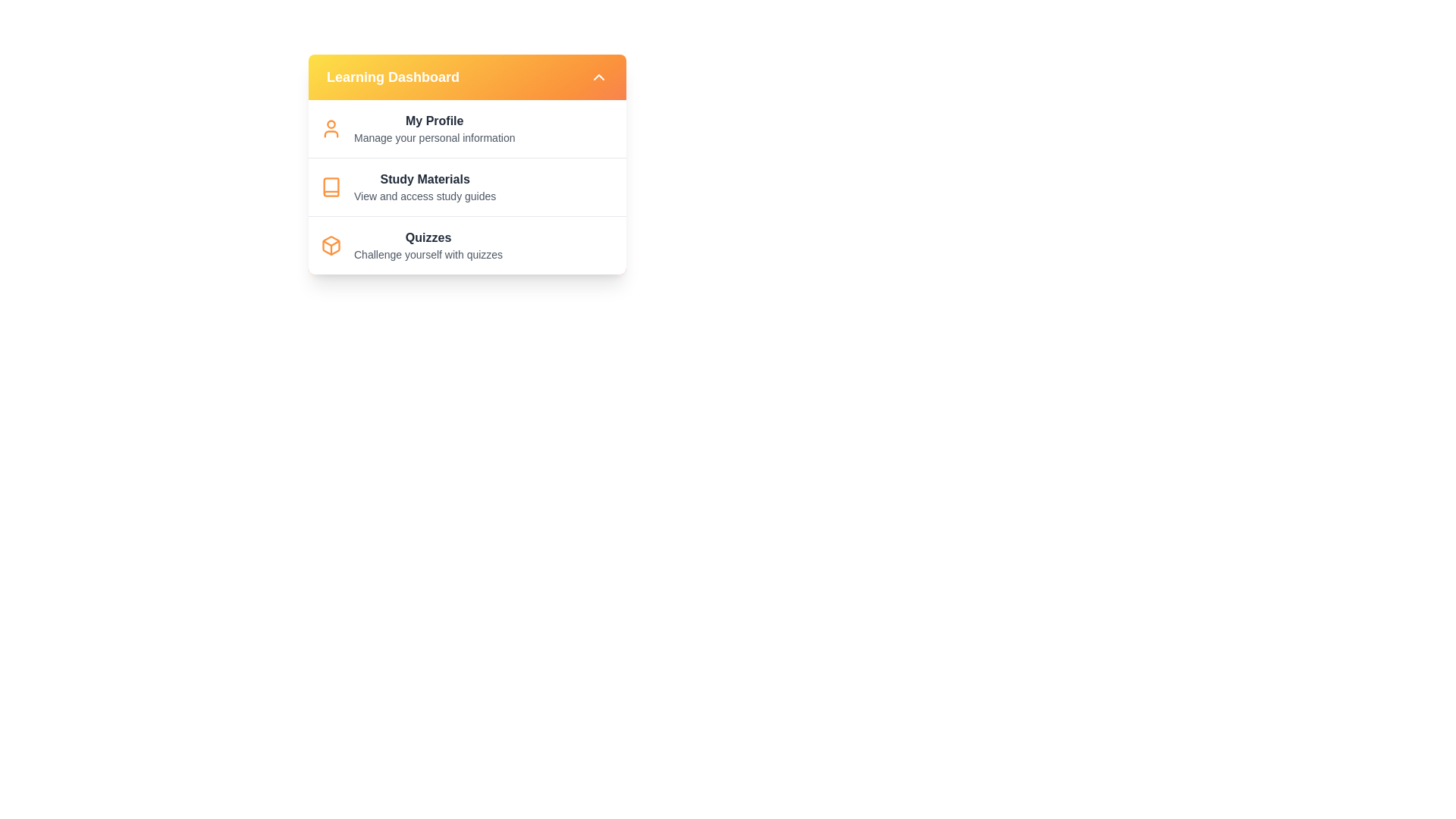  Describe the element at coordinates (598, 77) in the screenshot. I see `toggle button to toggle the visibility of the menu` at that location.